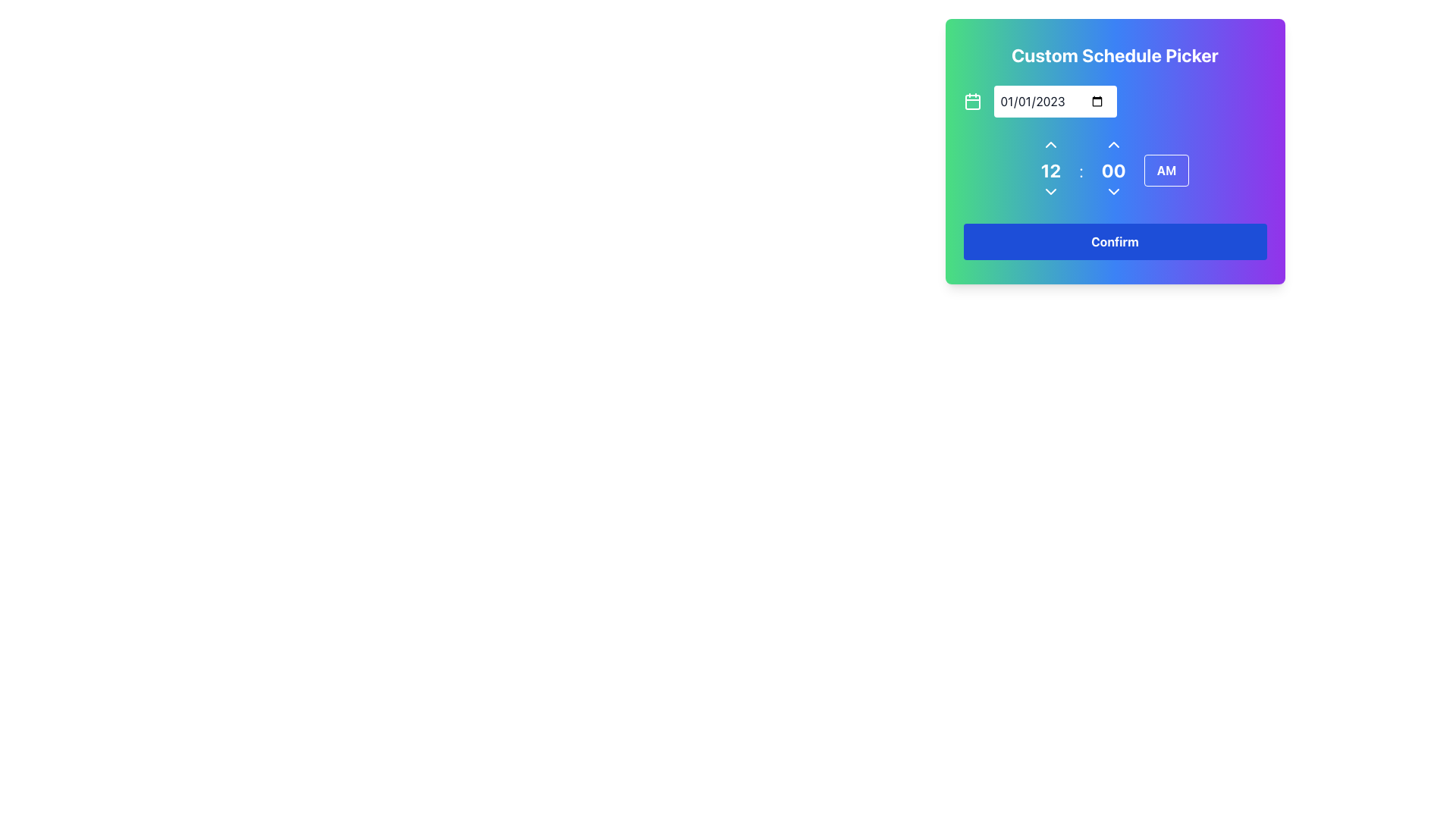 The image size is (1456, 819). Describe the element at coordinates (1113, 191) in the screenshot. I see `the dropdown button located in the middle-right of the 'Custom Schedule Picker' modal` at that location.